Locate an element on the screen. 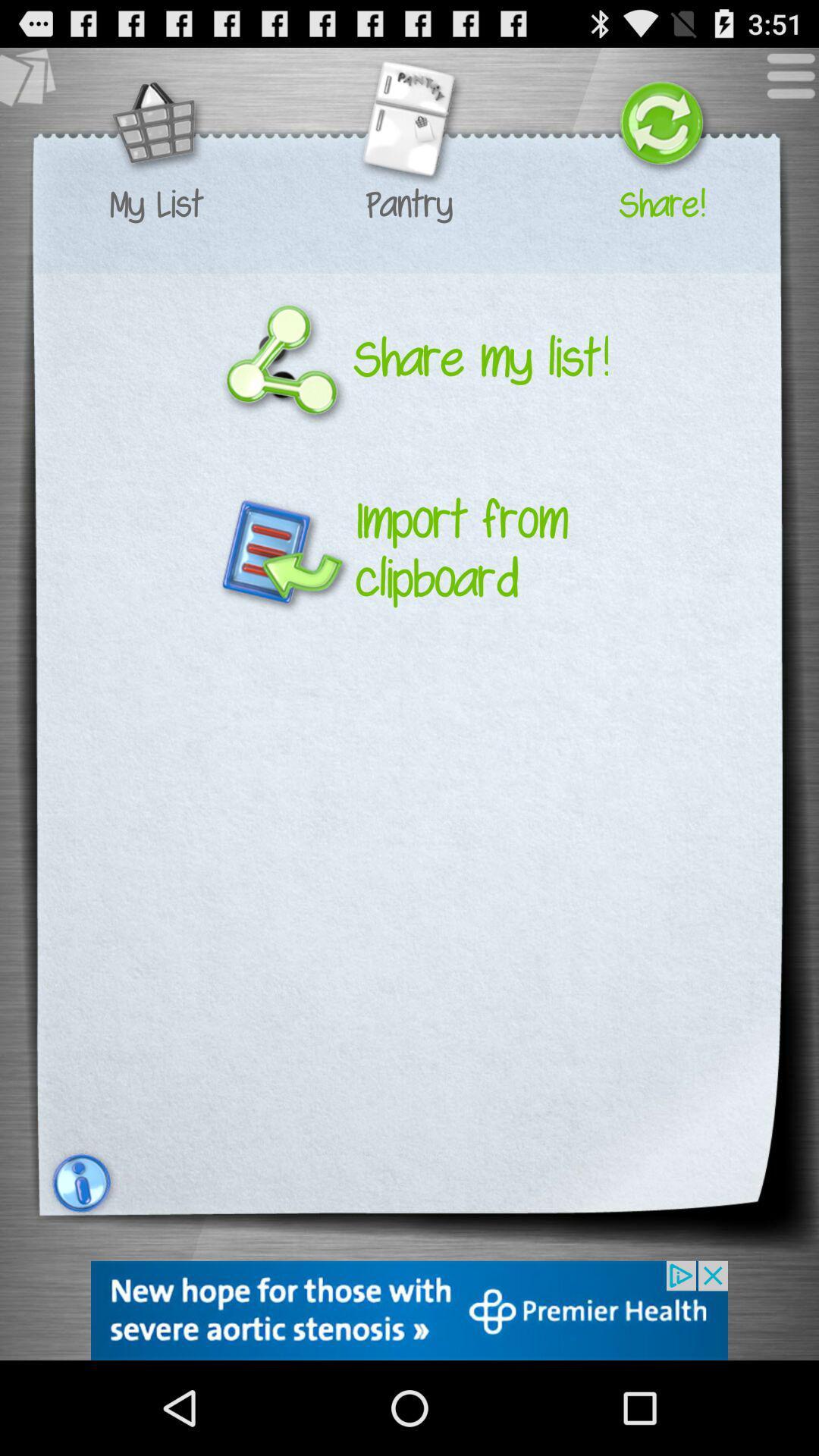 The height and width of the screenshot is (1456, 819). paste option is located at coordinates (35, 83).